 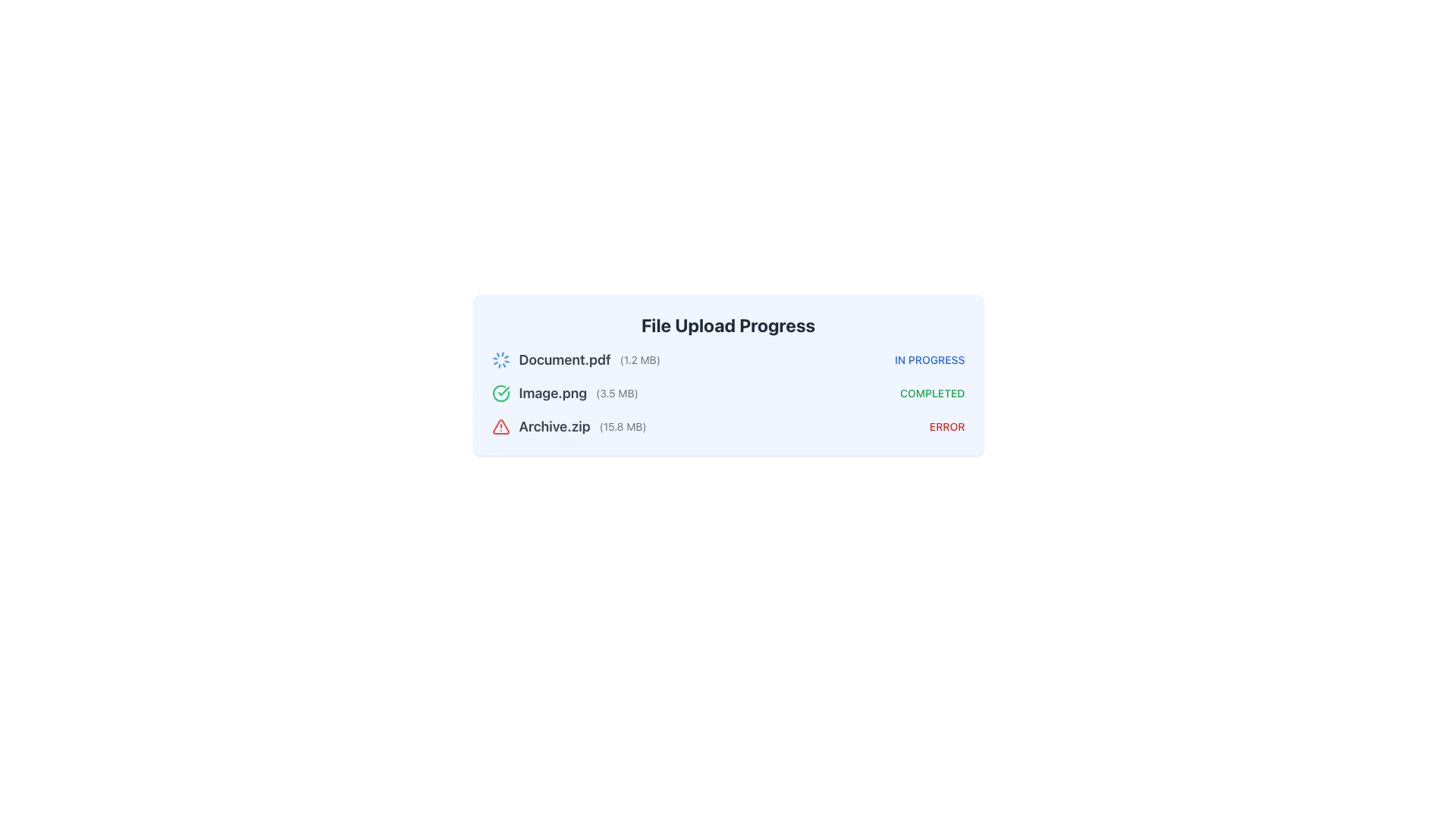 I want to click on the list item displaying 'Archive.zip' with an error indication, so click(x=568, y=427).